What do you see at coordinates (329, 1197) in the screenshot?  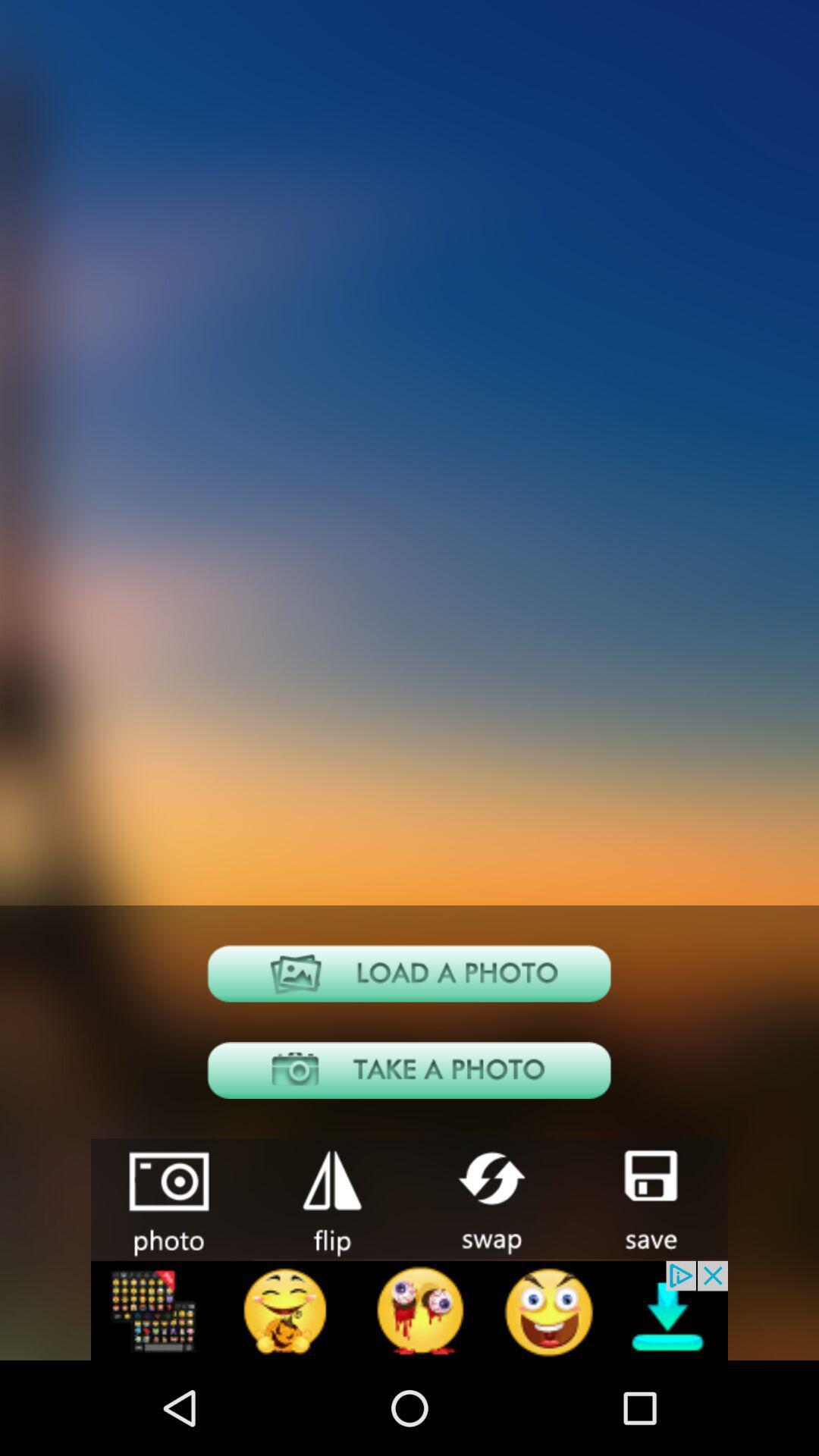 I see `the app` at bounding box center [329, 1197].